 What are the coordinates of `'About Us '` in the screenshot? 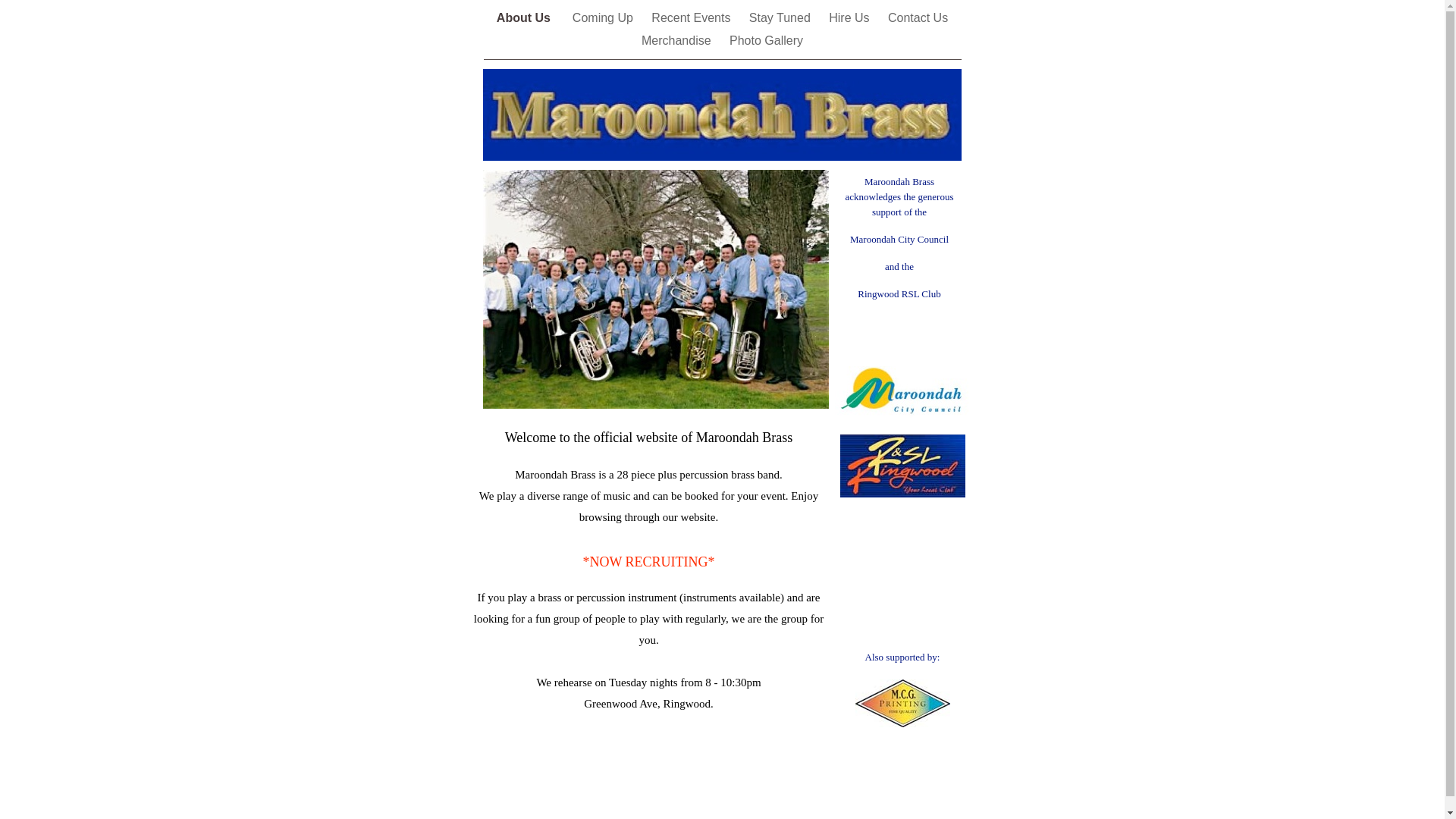 It's located at (527, 17).